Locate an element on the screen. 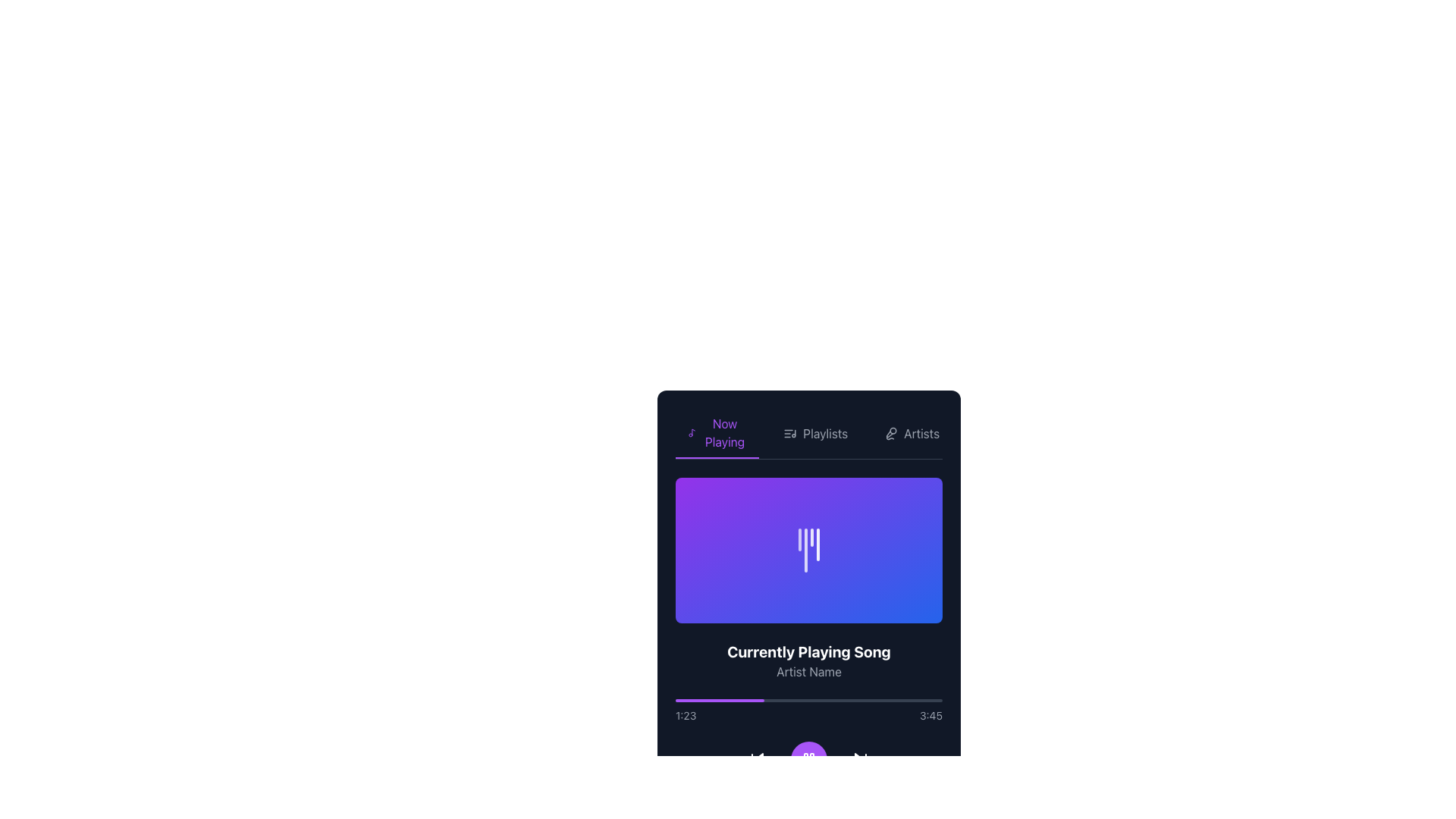 This screenshot has height=819, width=1456. the progress visually on the progress bar segment located near the bottom of the interface, representing the progress of a task or activity is located at coordinates (719, 701).